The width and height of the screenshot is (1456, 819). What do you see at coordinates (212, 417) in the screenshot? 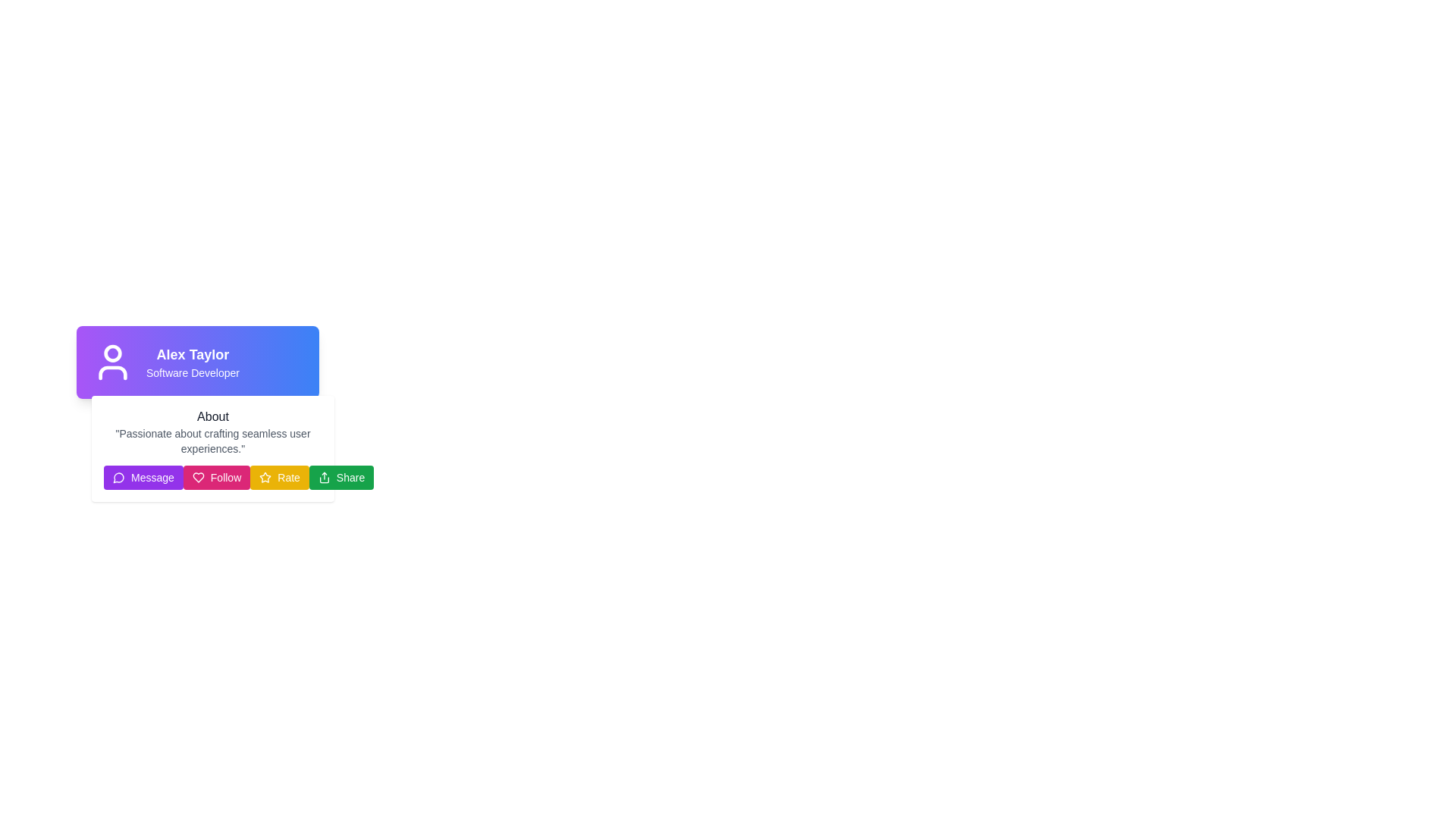
I see `the Heading text label that serves as a heading for the section elaborating on the user's professional interests, positioned above the text 'Passionate about crafting seamless user experiences.' and below the profile name 'Alex Taylor, Software Developer'` at bounding box center [212, 417].